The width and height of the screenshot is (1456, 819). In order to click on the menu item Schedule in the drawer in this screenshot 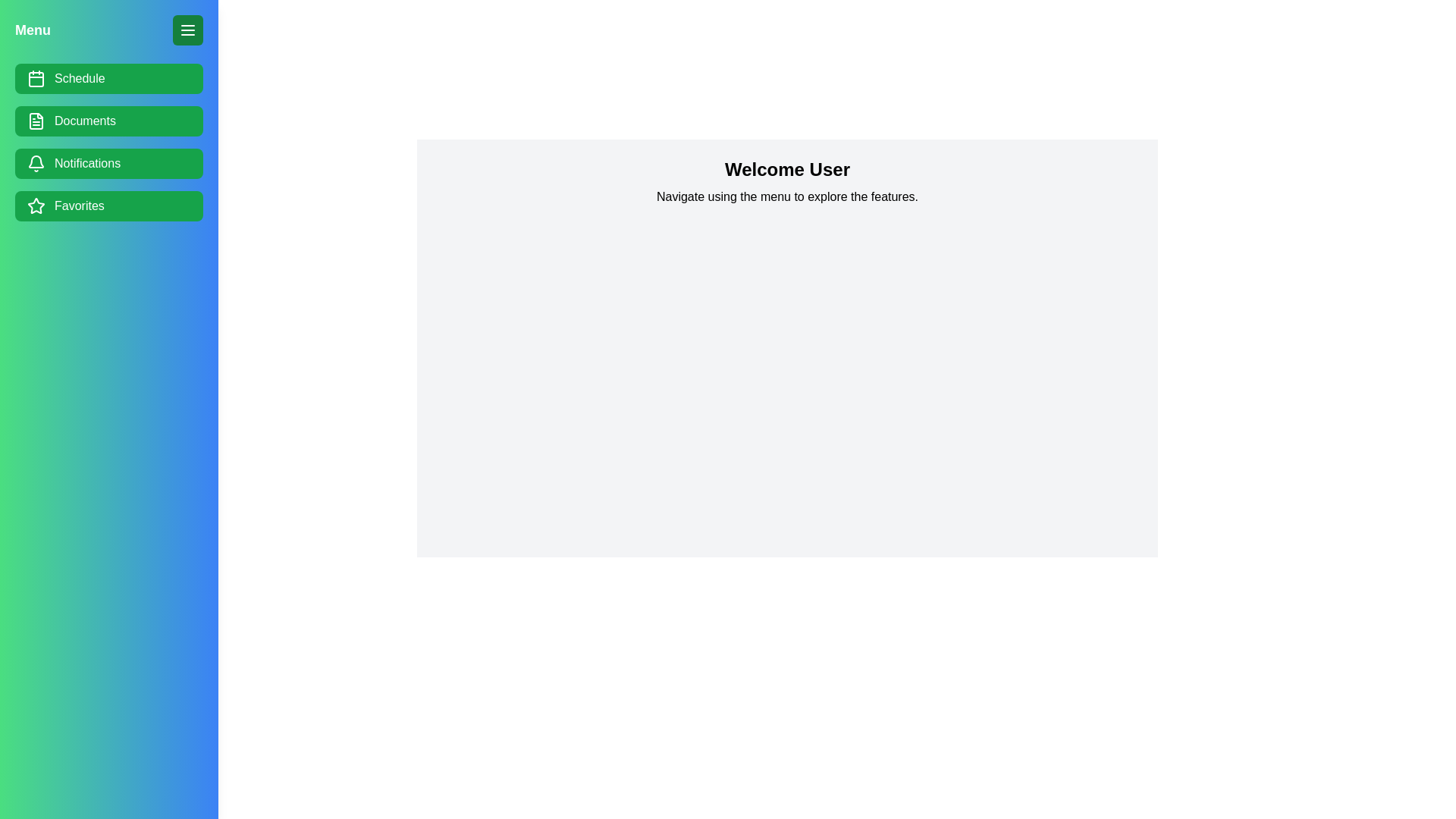, I will do `click(108, 79)`.